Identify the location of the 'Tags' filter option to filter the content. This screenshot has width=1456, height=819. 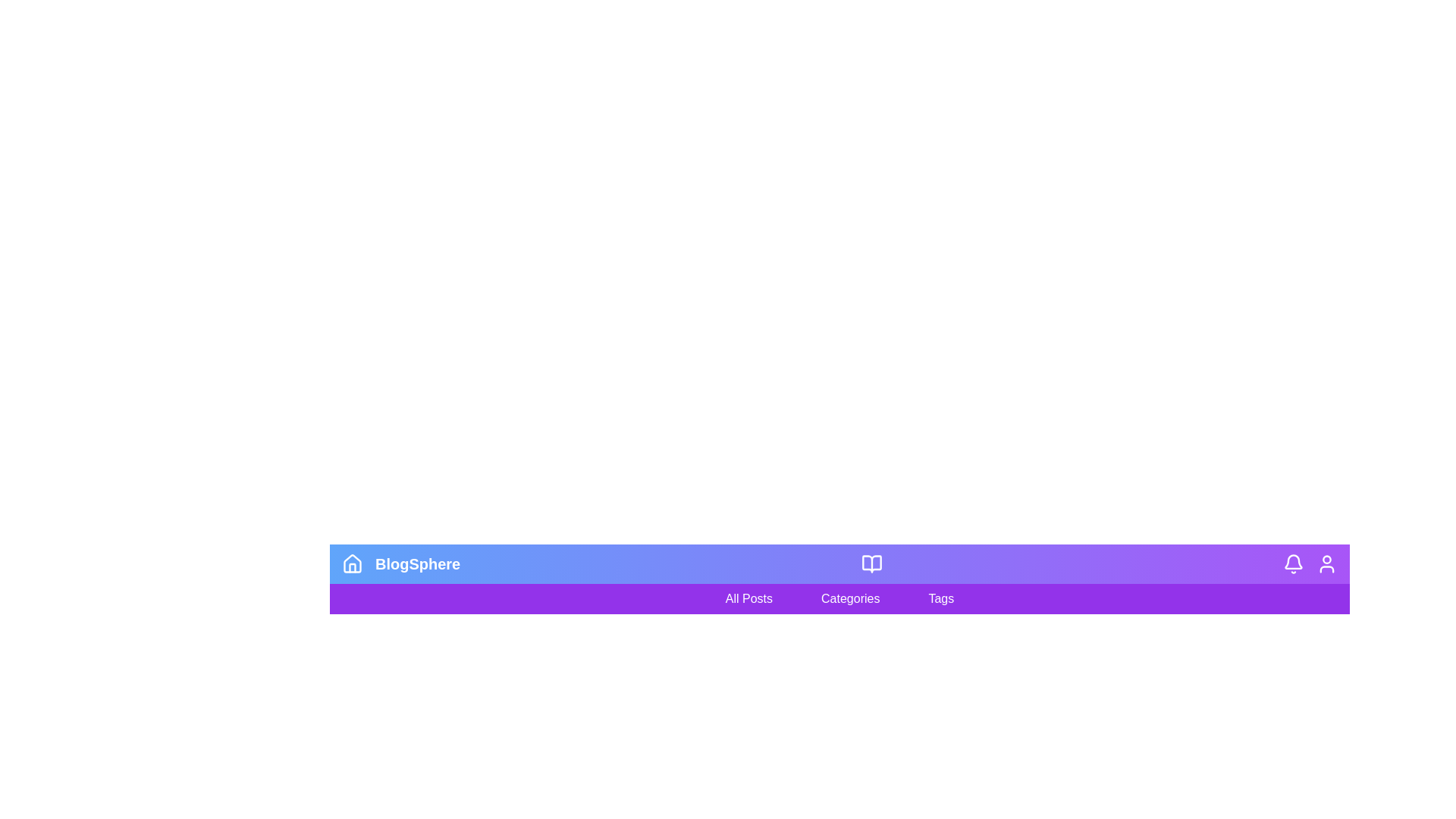
(940, 598).